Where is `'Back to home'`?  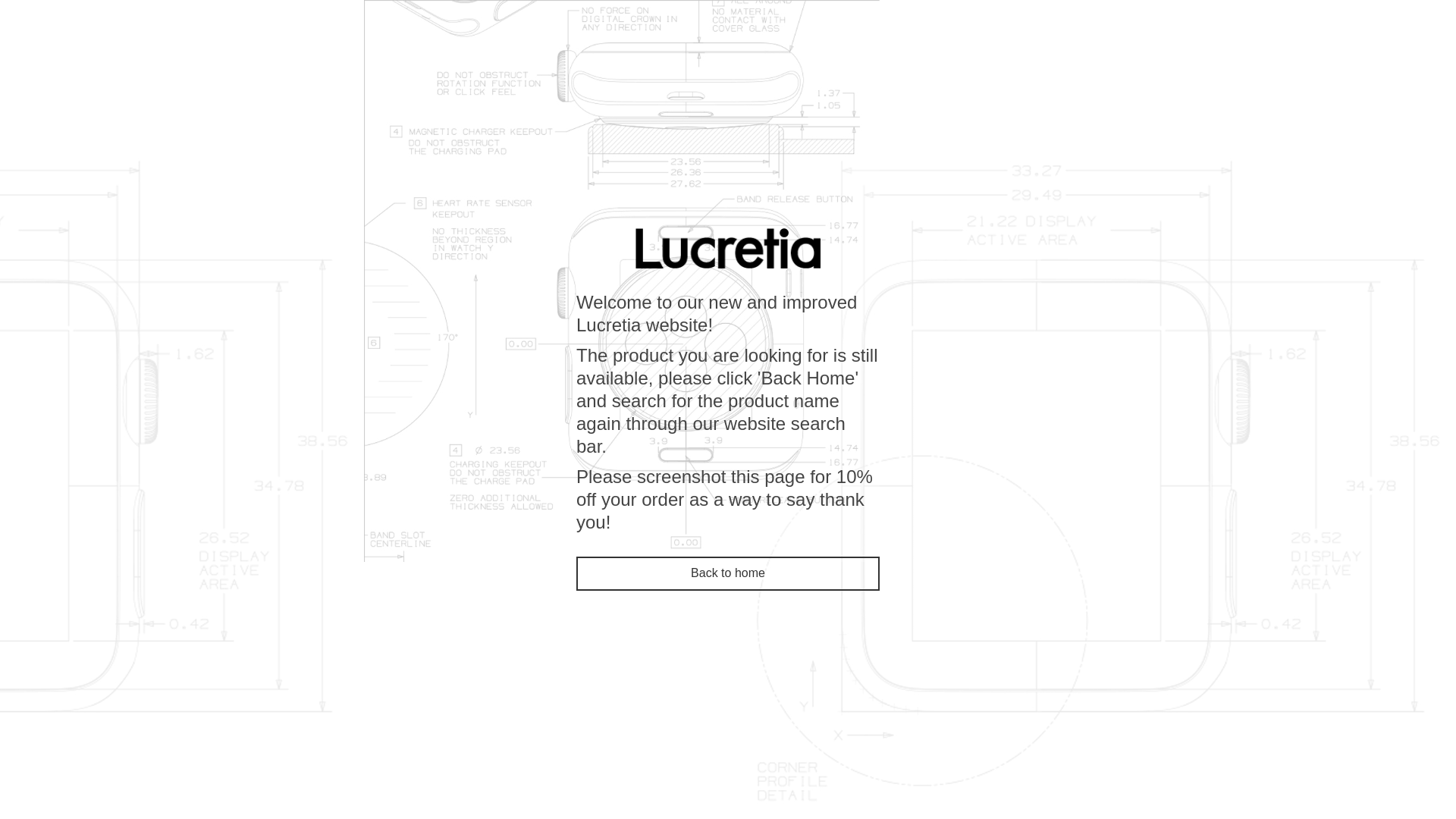 'Back to home' is located at coordinates (728, 573).